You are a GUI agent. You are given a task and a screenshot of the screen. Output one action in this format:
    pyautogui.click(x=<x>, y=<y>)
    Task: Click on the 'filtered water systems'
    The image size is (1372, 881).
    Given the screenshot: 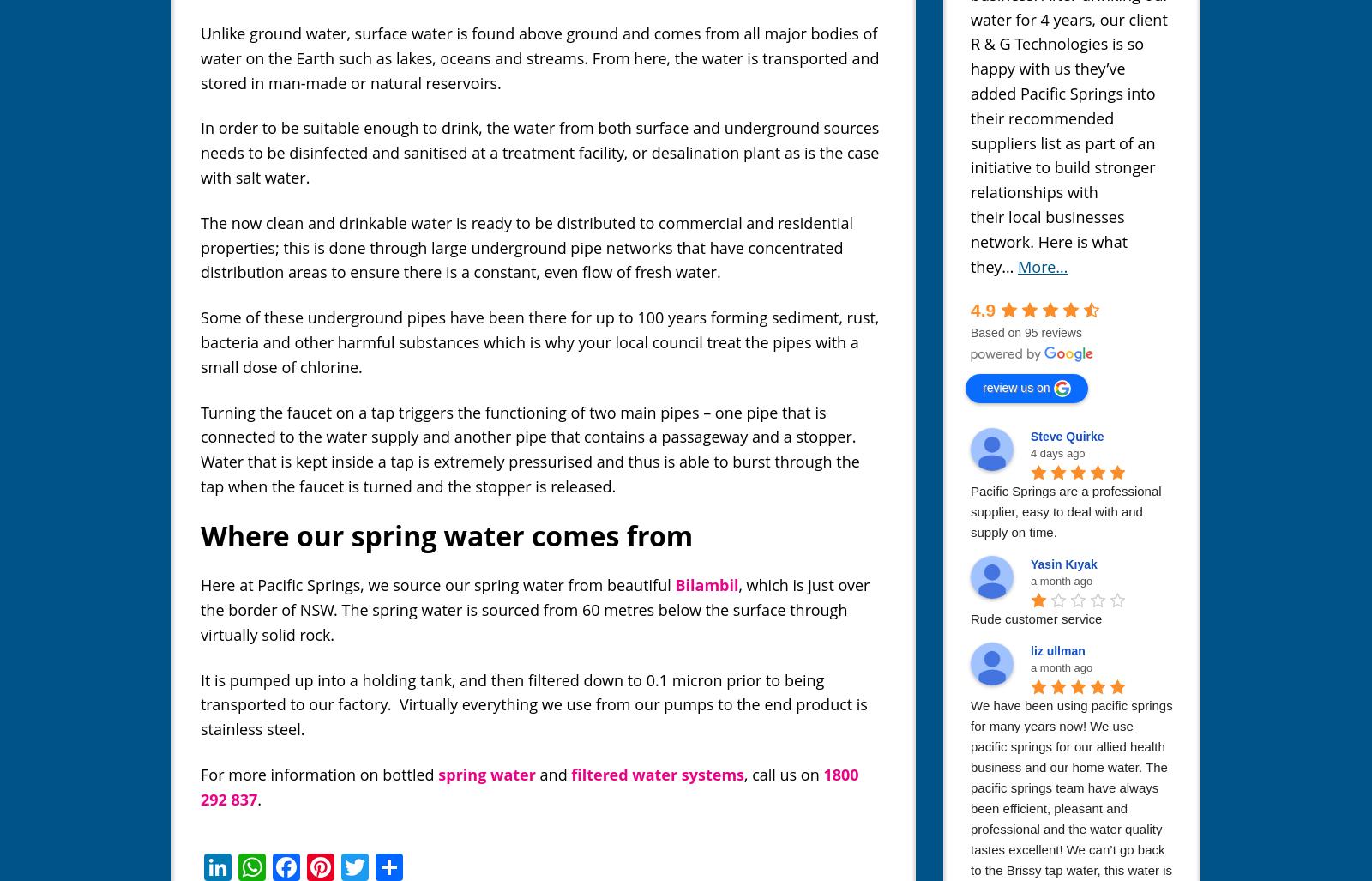 What is the action you would take?
    pyautogui.click(x=658, y=773)
    